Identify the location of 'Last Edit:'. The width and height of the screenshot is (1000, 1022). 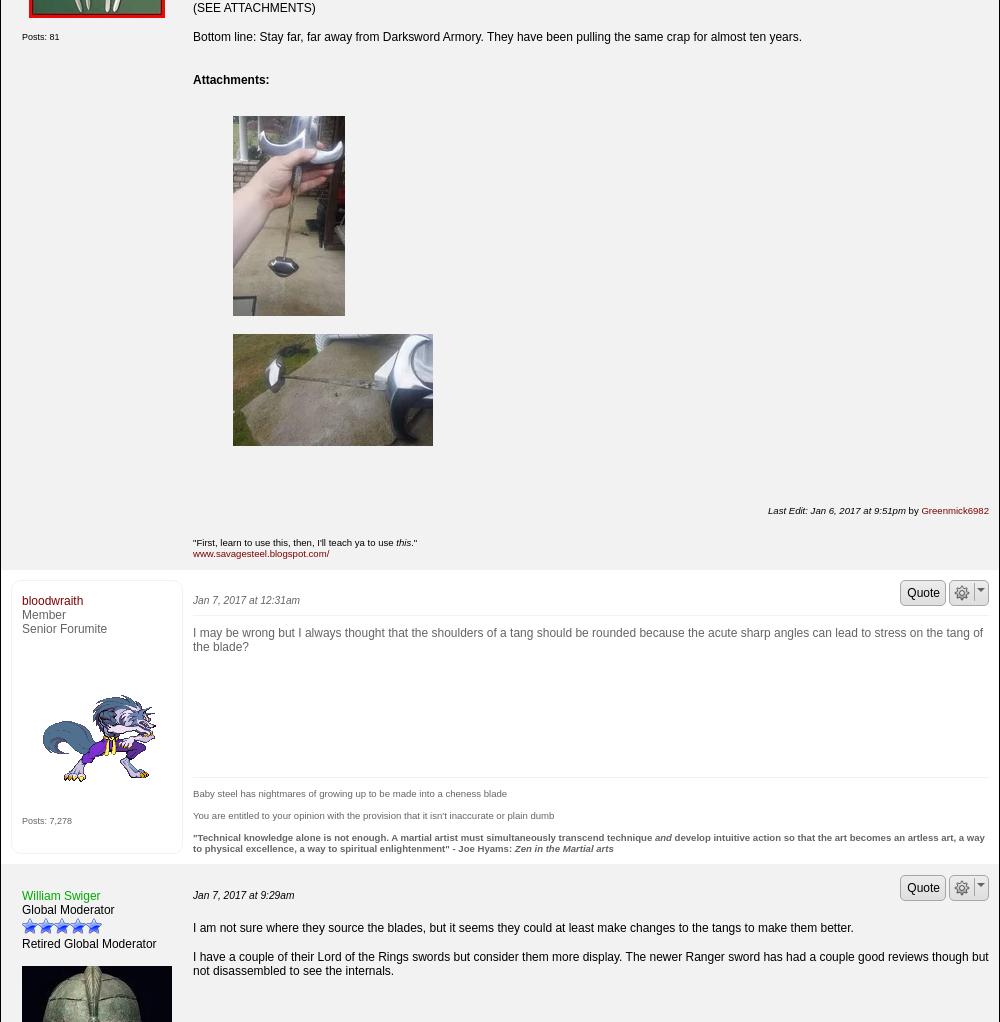
(767, 509).